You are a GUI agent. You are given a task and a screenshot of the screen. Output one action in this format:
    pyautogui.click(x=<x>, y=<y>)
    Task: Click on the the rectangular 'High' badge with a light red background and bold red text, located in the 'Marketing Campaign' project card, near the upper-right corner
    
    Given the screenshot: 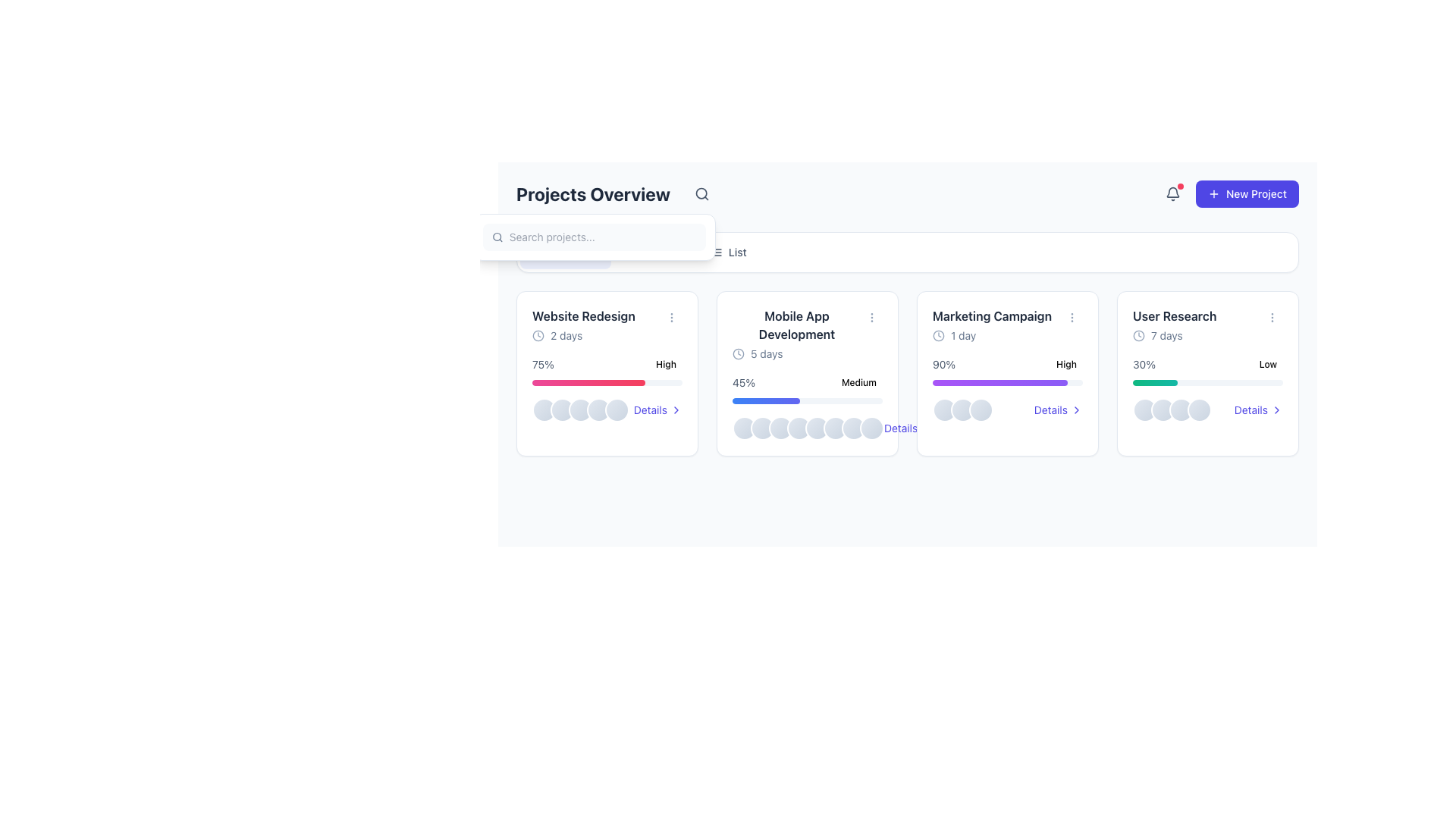 What is the action you would take?
    pyautogui.click(x=1065, y=365)
    